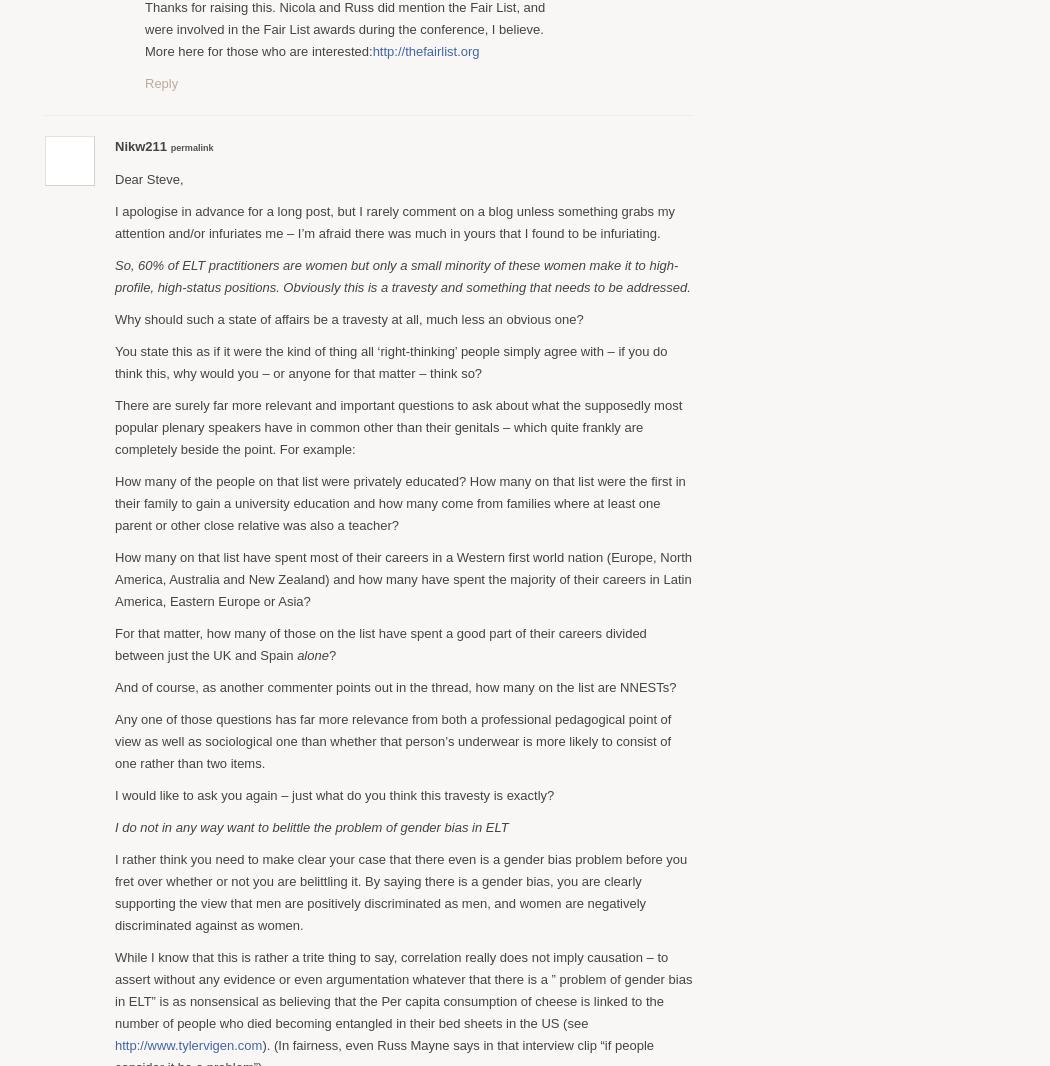 This screenshot has width=1050, height=1066. Describe the element at coordinates (393, 739) in the screenshot. I see `'Any one of those questions has far more relevance from both a professional pedagogical point of view as well as sociological one than whether that person’s underwear is more likely to consist of one rather than two items.'` at that location.